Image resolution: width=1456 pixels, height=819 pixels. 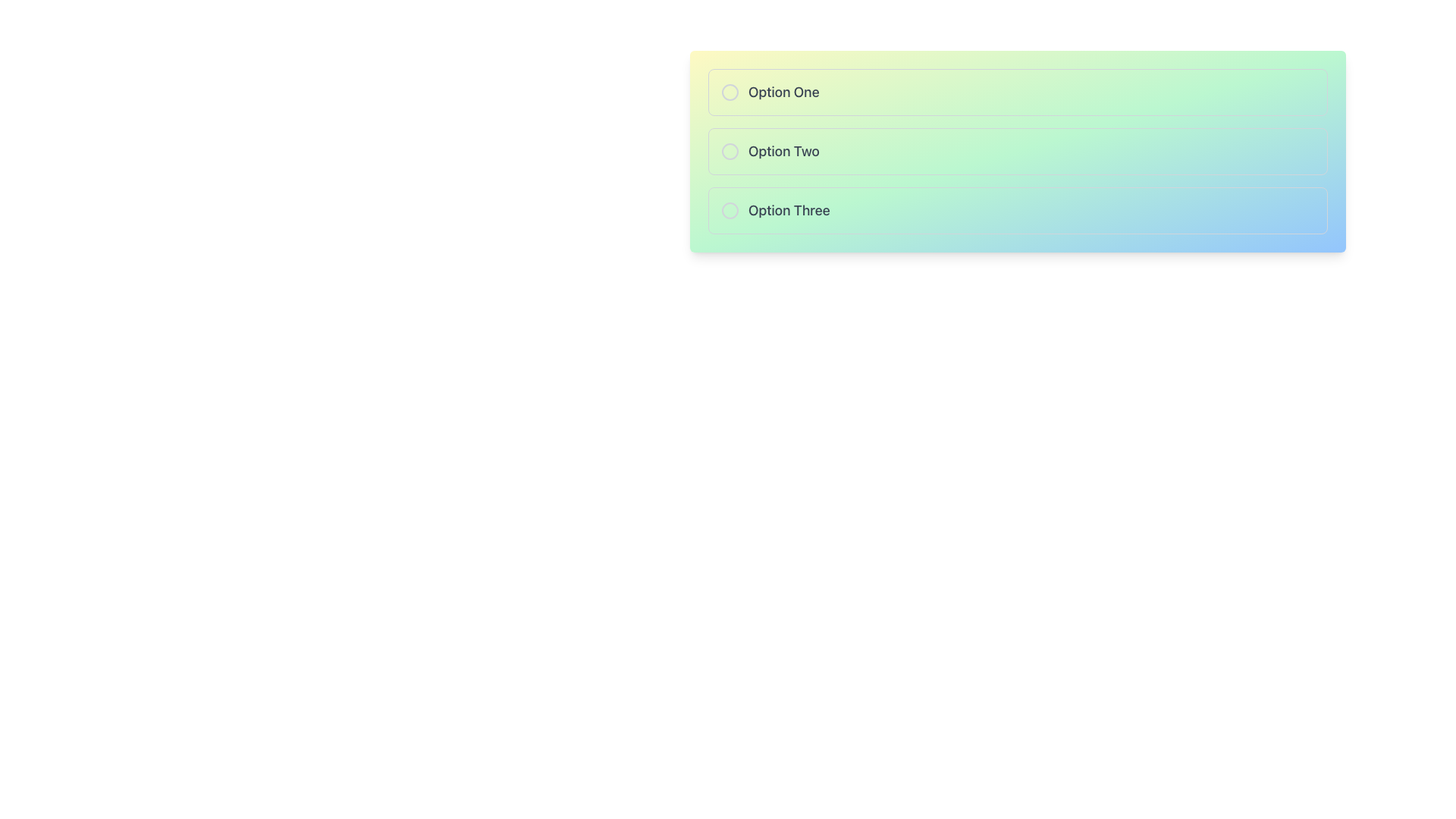 What do you see at coordinates (783, 93) in the screenshot?
I see `text label 'Option One' which is styled with a medium-sized, bold font and gray color, located centrally within the uppermost option box of a vertical list` at bounding box center [783, 93].